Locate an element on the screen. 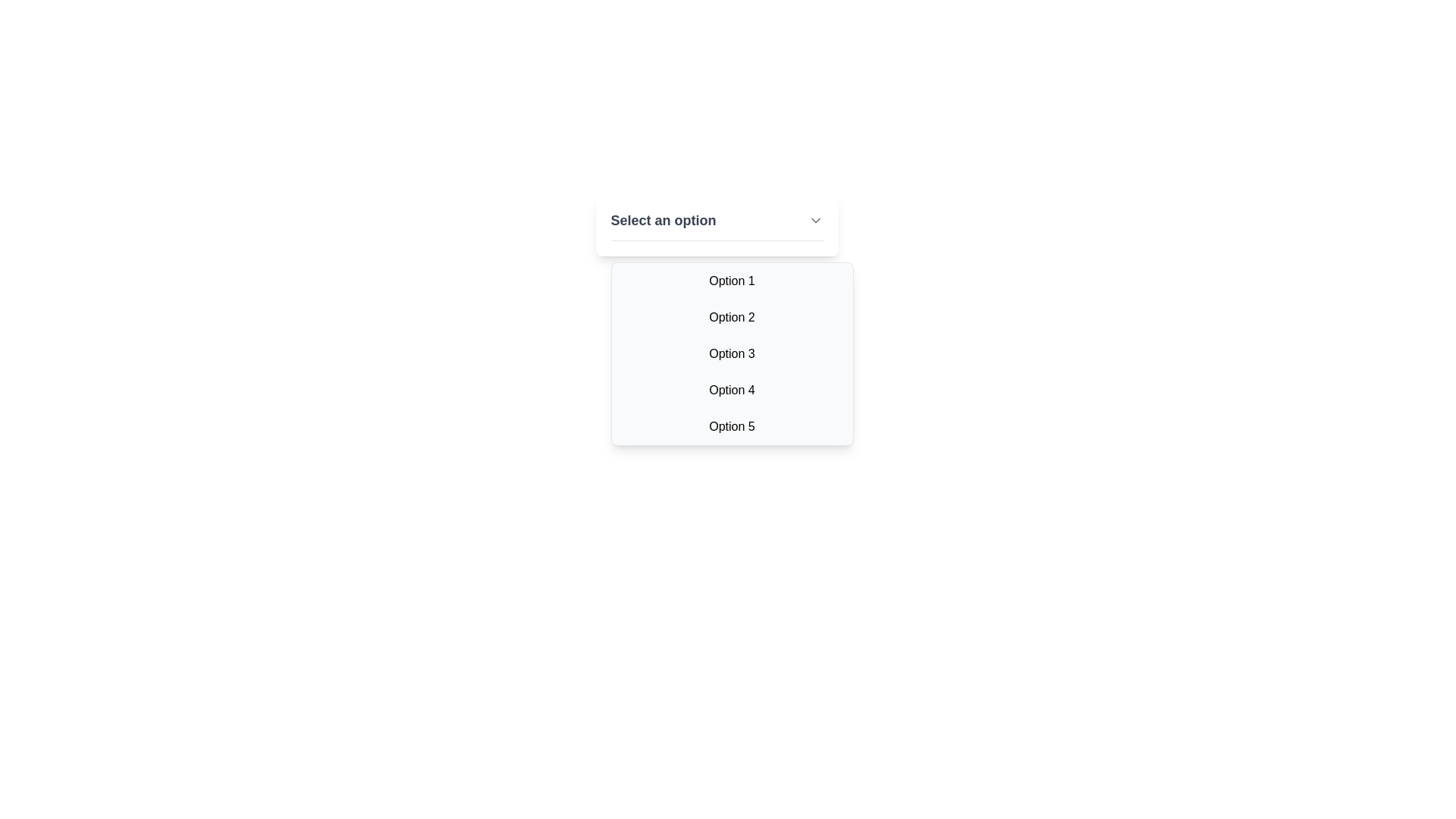 The height and width of the screenshot is (819, 1456). the dropdown menu with a light gray background and rounded borders, located directly below the 'Select an option' button is located at coordinates (732, 353).